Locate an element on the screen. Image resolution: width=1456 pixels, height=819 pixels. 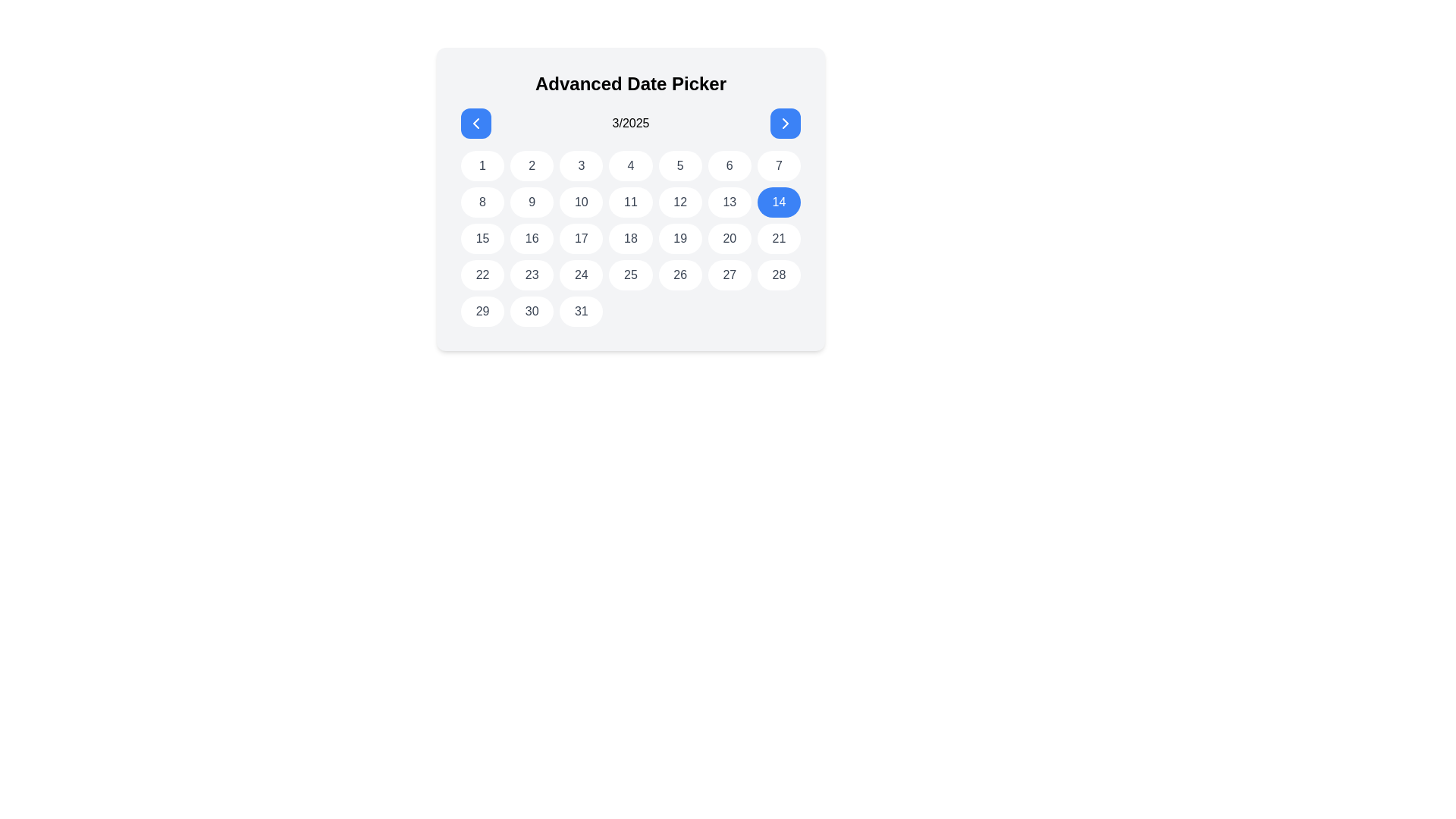
the button representing the 23rd day in the calendar interface is located at coordinates (532, 275).